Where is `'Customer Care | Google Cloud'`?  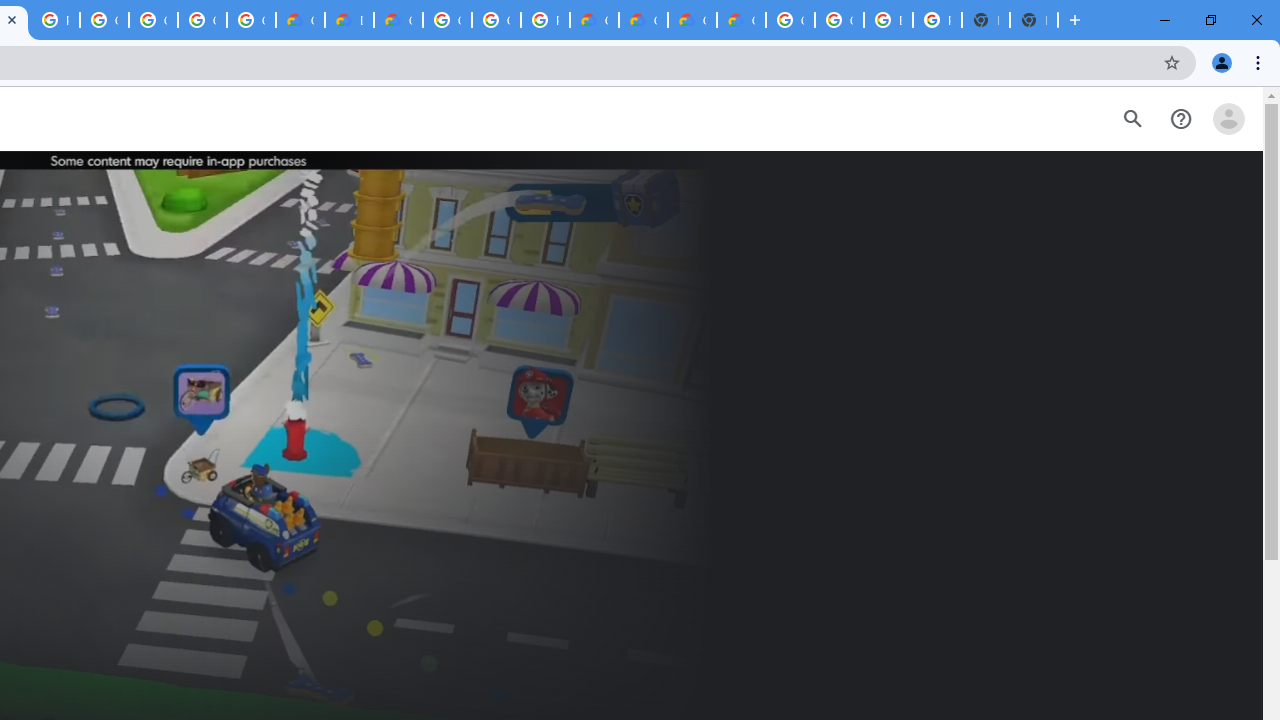 'Customer Care | Google Cloud' is located at coordinates (299, 20).